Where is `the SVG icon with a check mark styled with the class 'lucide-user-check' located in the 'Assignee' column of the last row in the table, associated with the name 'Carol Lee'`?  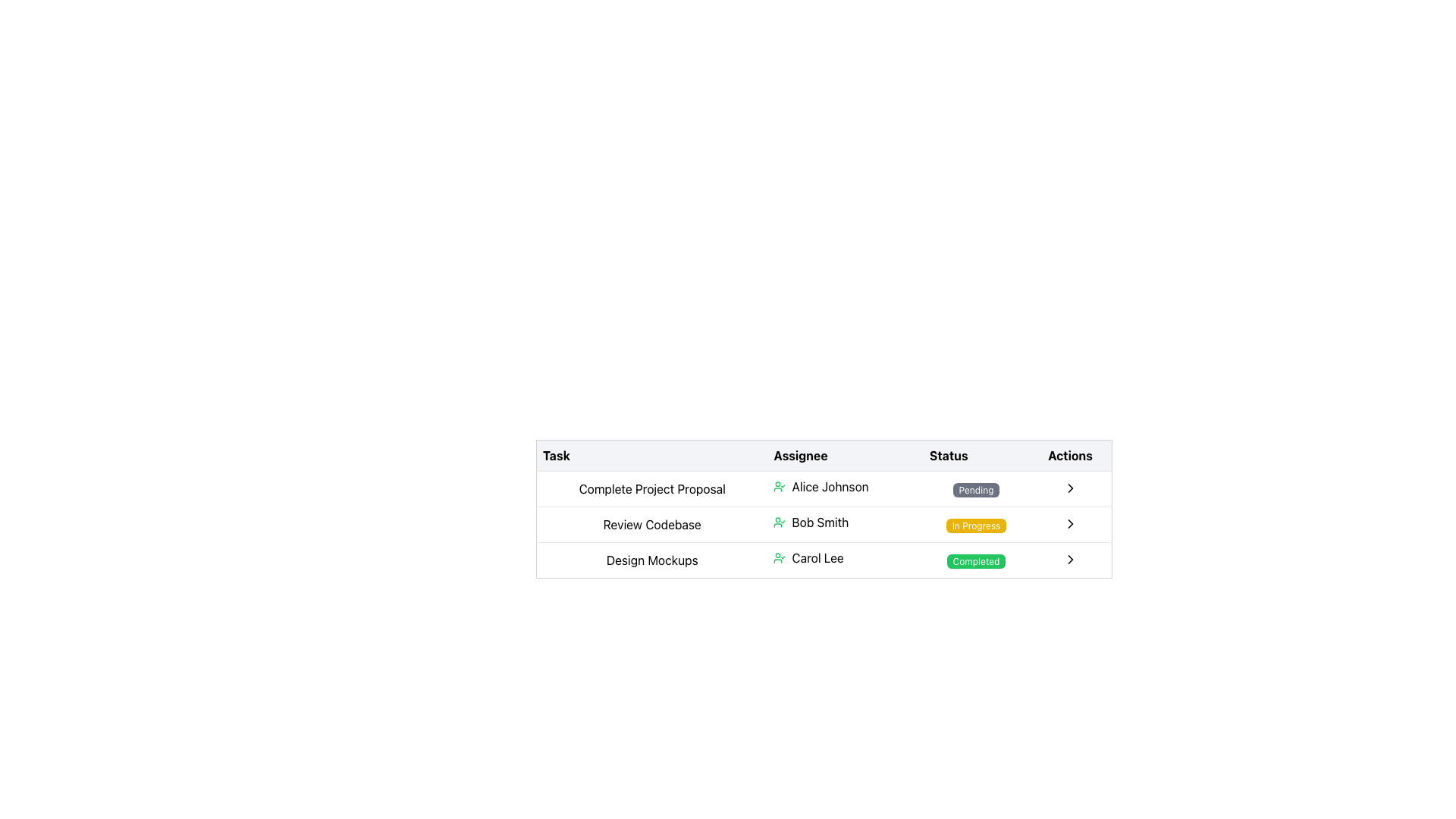
the SVG icon with a check mark styled with the class 'lucide-user-check' located in the 'Assignee' column of the last row in the table, associated with the name 'Carol Lee' is located at coordinates (780, 558).